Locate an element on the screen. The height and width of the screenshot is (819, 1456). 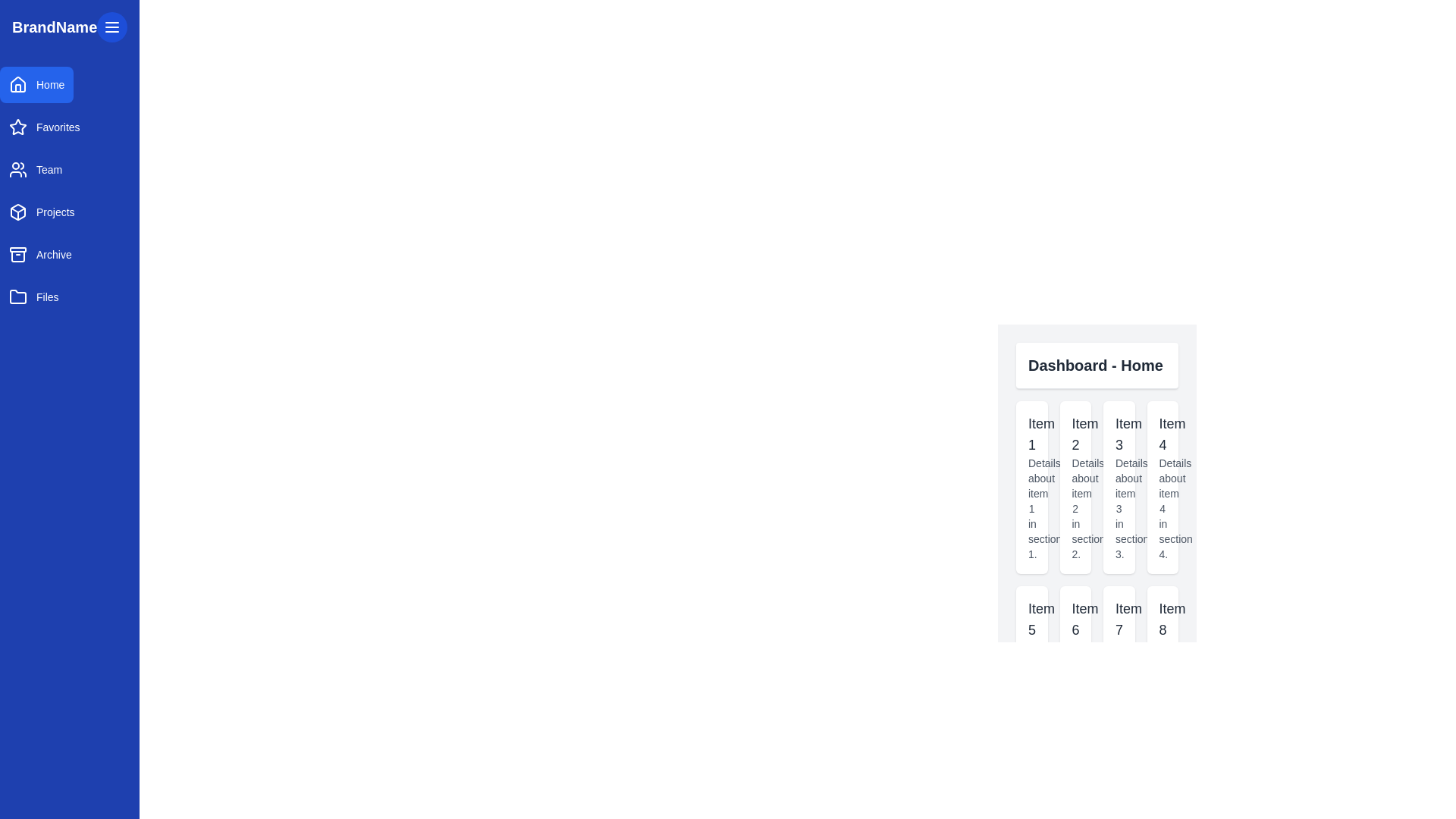
the Team icon in the left sidebar navigation panel is located at coordinates (18, 169).